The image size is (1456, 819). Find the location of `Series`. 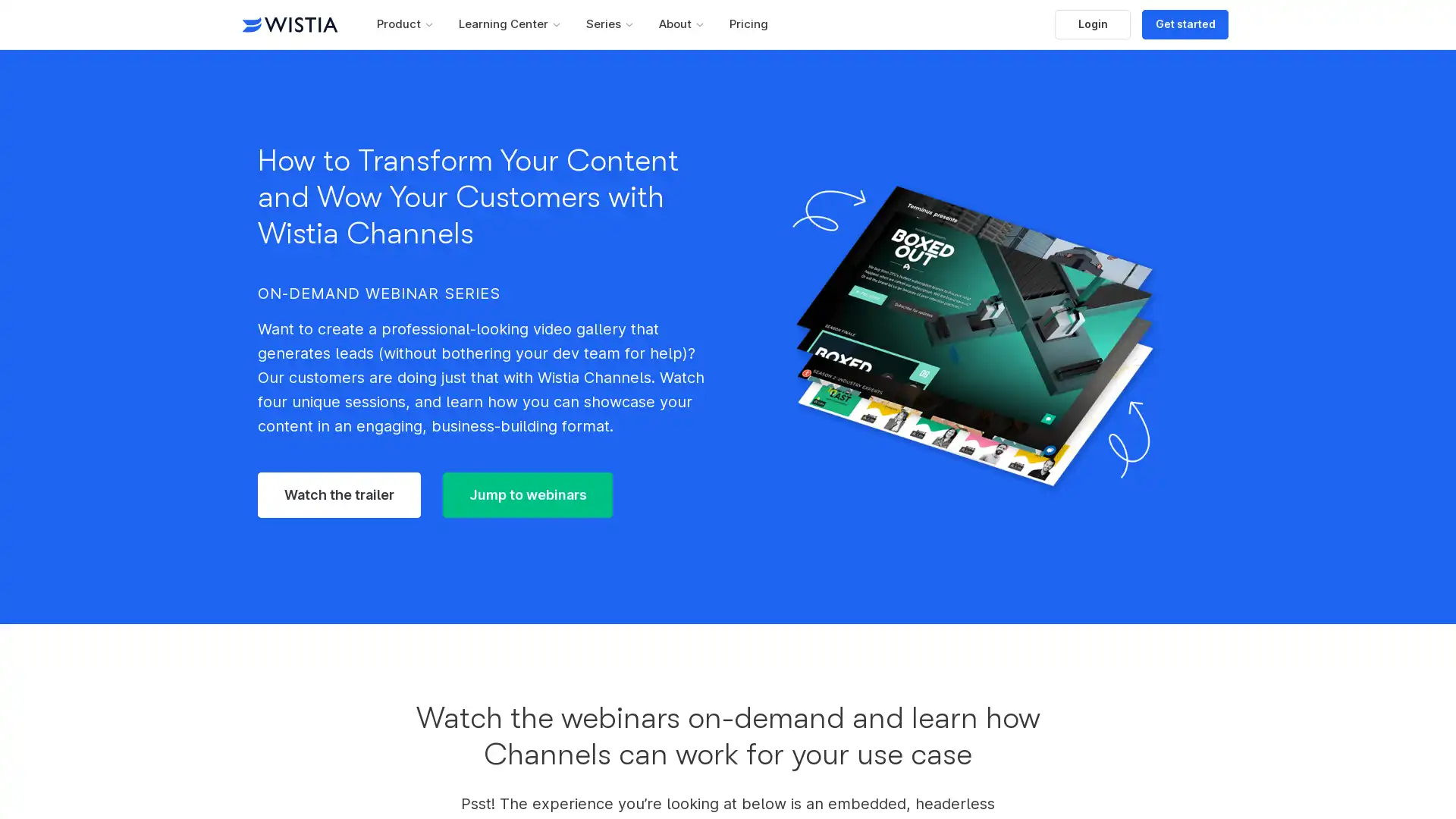

Series is located at coordinates (608, 24).